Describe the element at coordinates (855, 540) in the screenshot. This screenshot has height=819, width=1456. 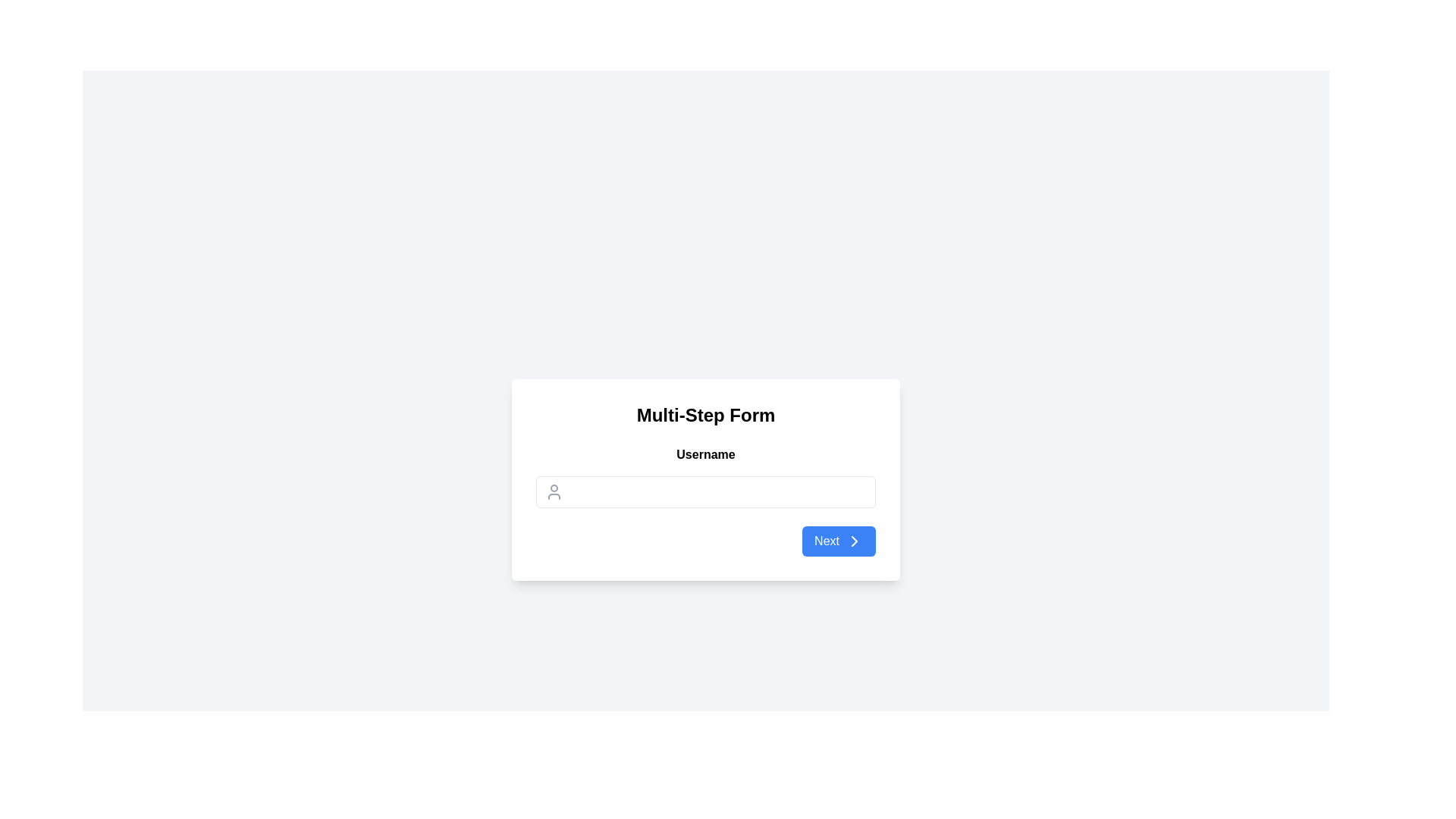
I see `the right-pointing chevron SVG icon located at the far-right side of the 'Next' button` at that location.